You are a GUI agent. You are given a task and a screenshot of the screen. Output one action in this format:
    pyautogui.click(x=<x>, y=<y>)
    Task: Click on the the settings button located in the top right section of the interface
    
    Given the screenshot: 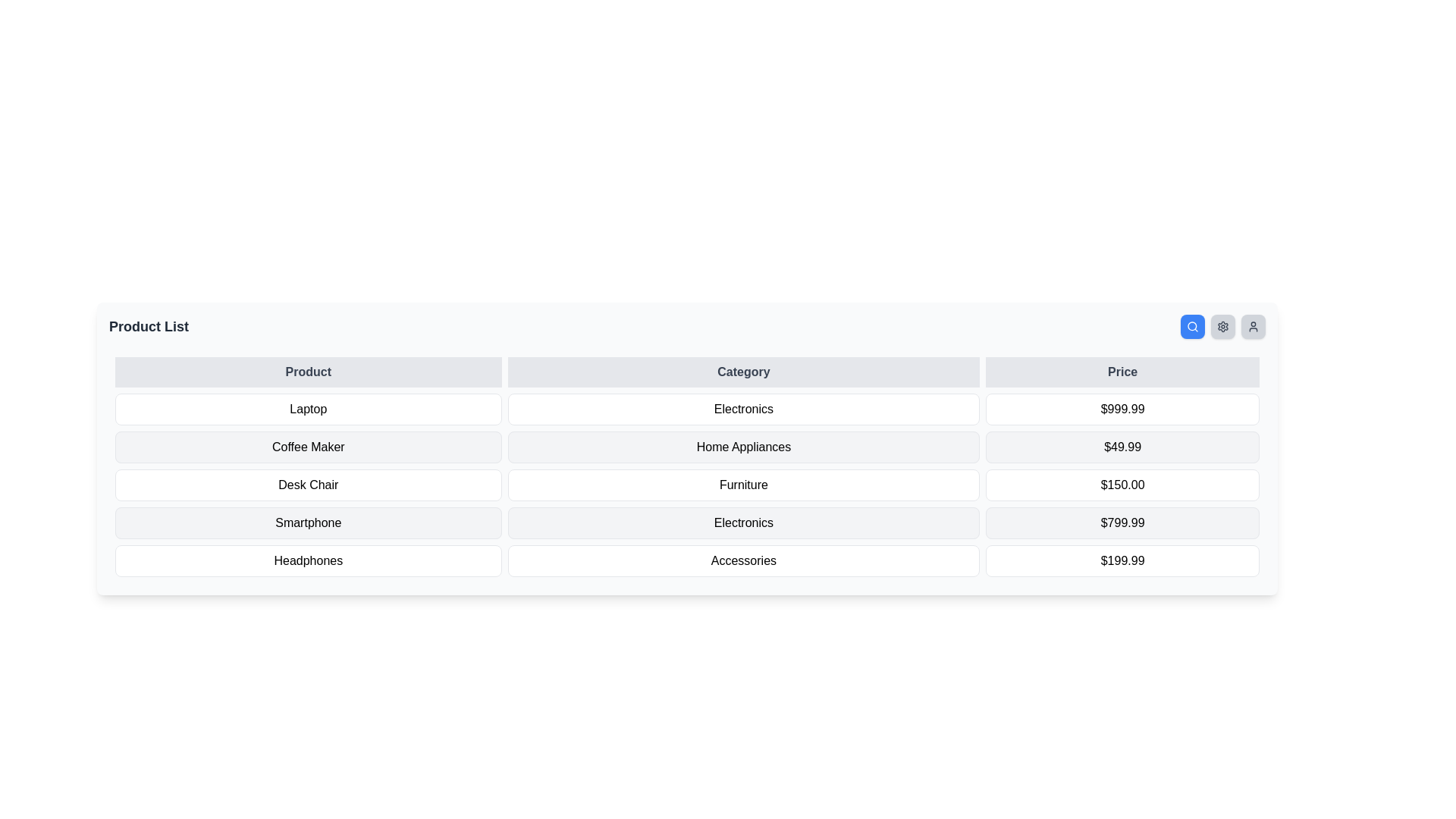 What is the action you would take?
    pyautogui.click(x=1222, y=326)
    